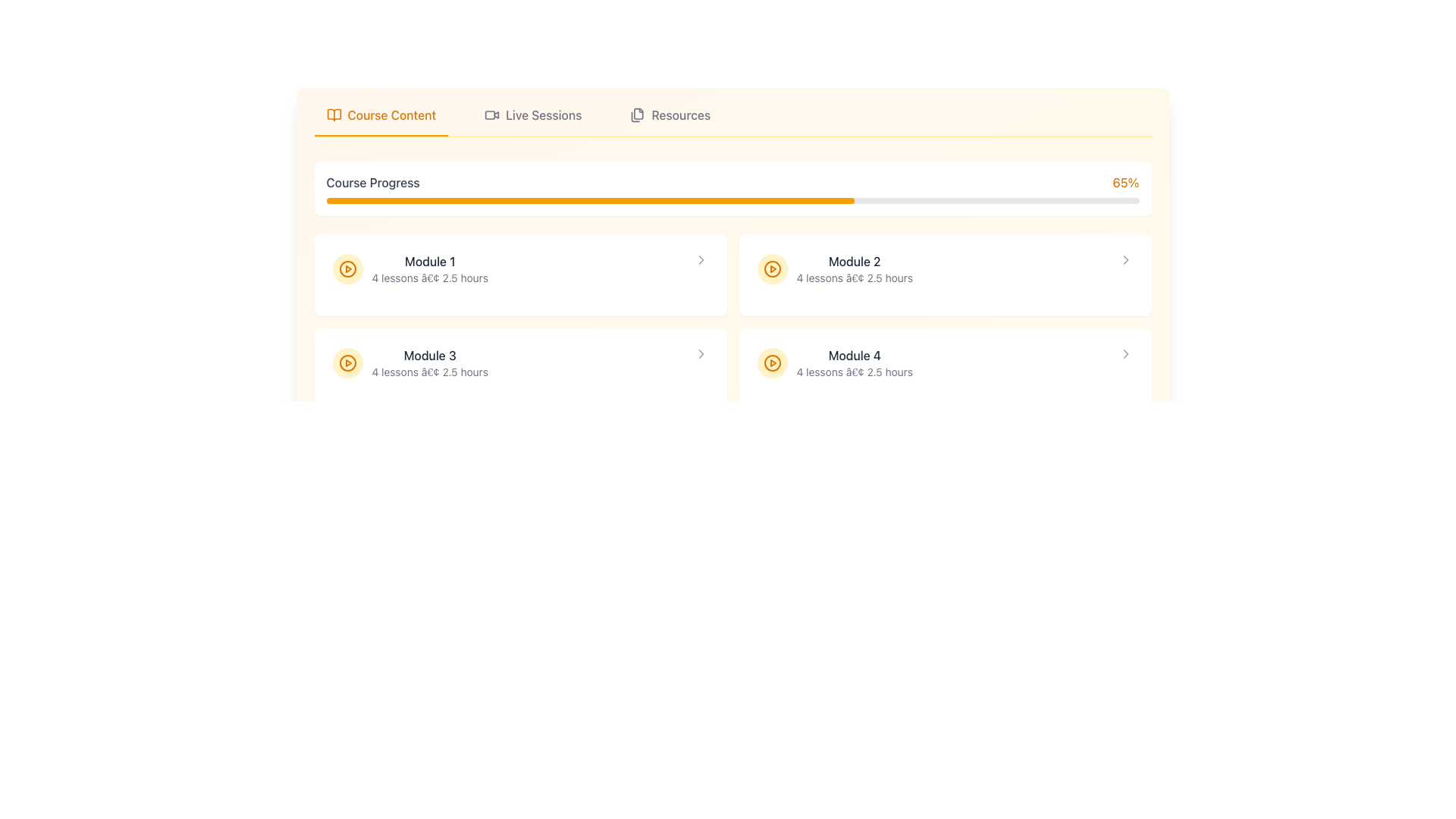 This screenshot has height=819, width=1456. I want to click on the circular icon with a play symbol in amber tones located to the left of 'Module 1', so click(347, 268).